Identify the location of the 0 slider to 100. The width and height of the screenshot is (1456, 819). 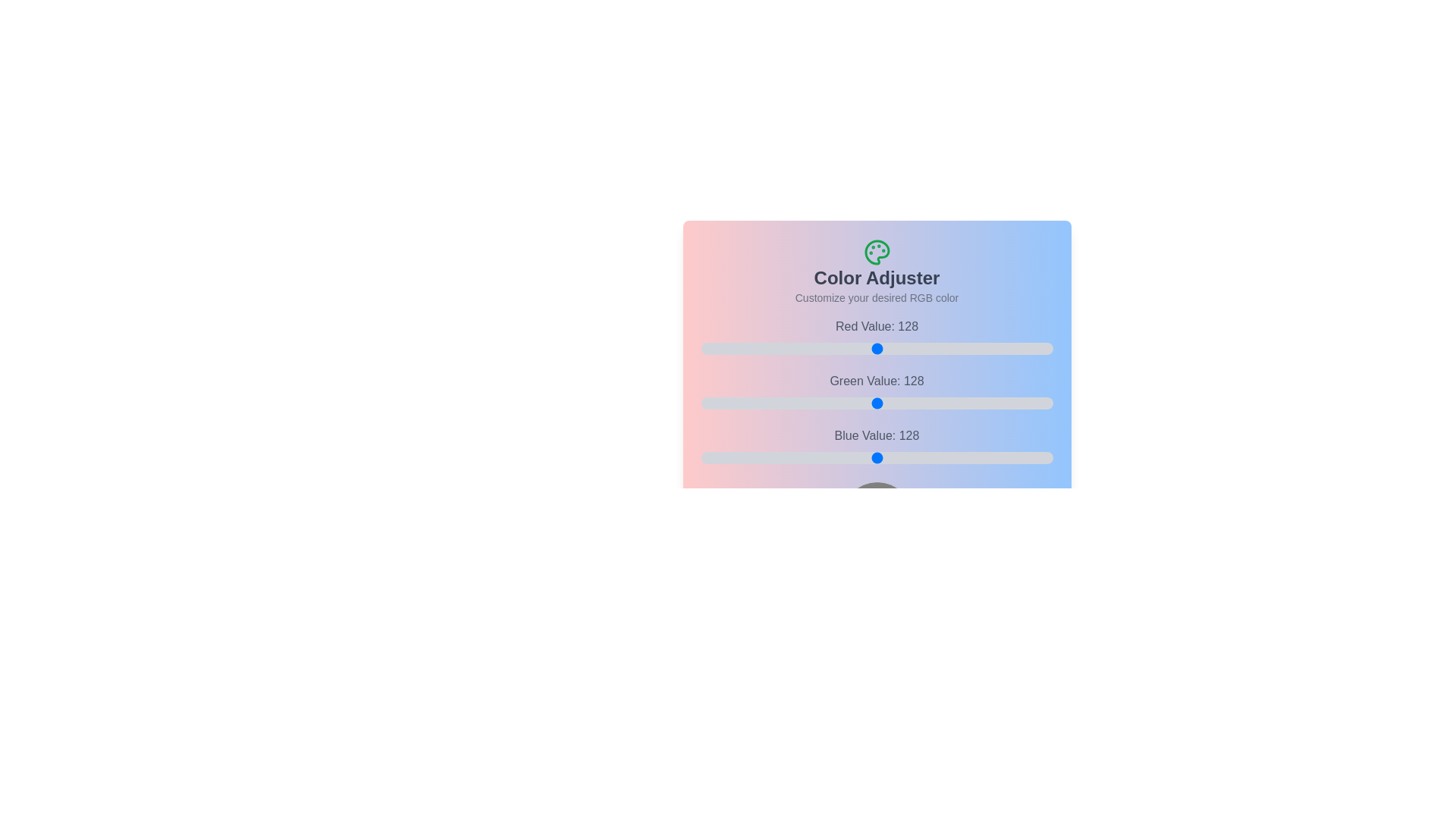
(945, 348).